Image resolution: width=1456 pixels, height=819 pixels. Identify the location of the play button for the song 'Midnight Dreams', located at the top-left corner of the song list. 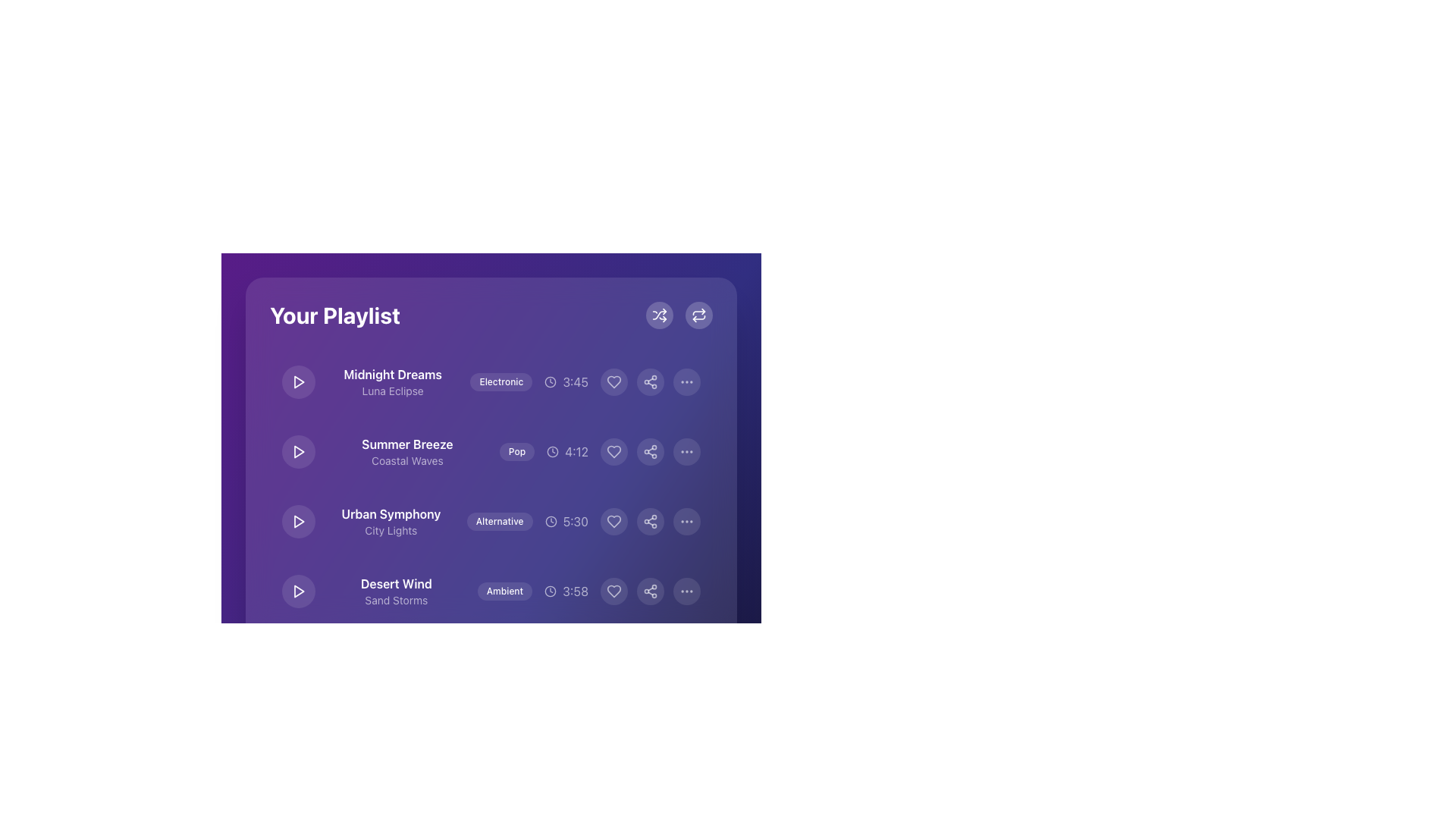
(298, 381).